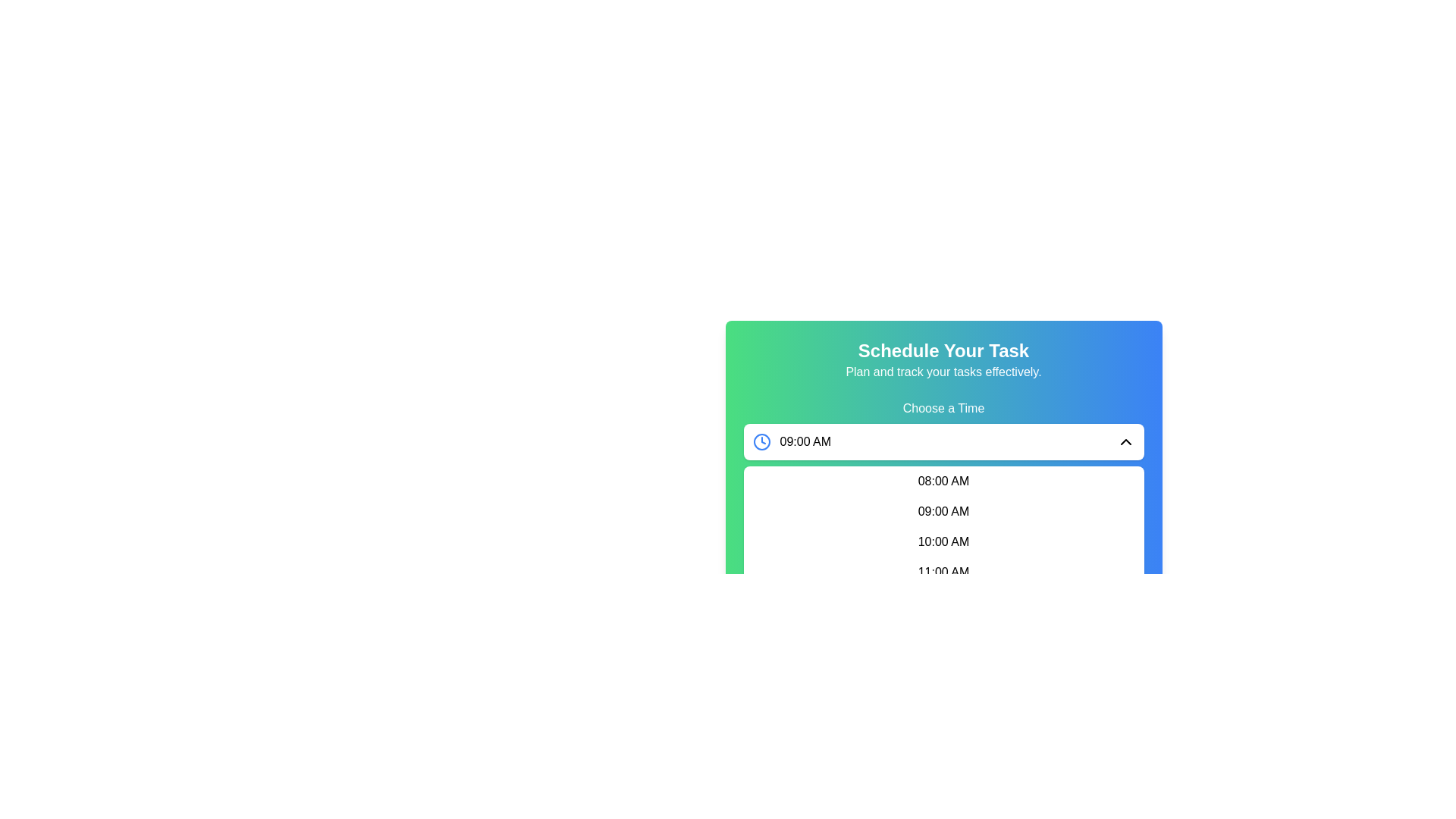 The width and height of the screenshot is (1456, 819). I want to click on text content of the label displaying 'Schedule Your Task' at the top of the section with a gradient background, so click(943, 350).